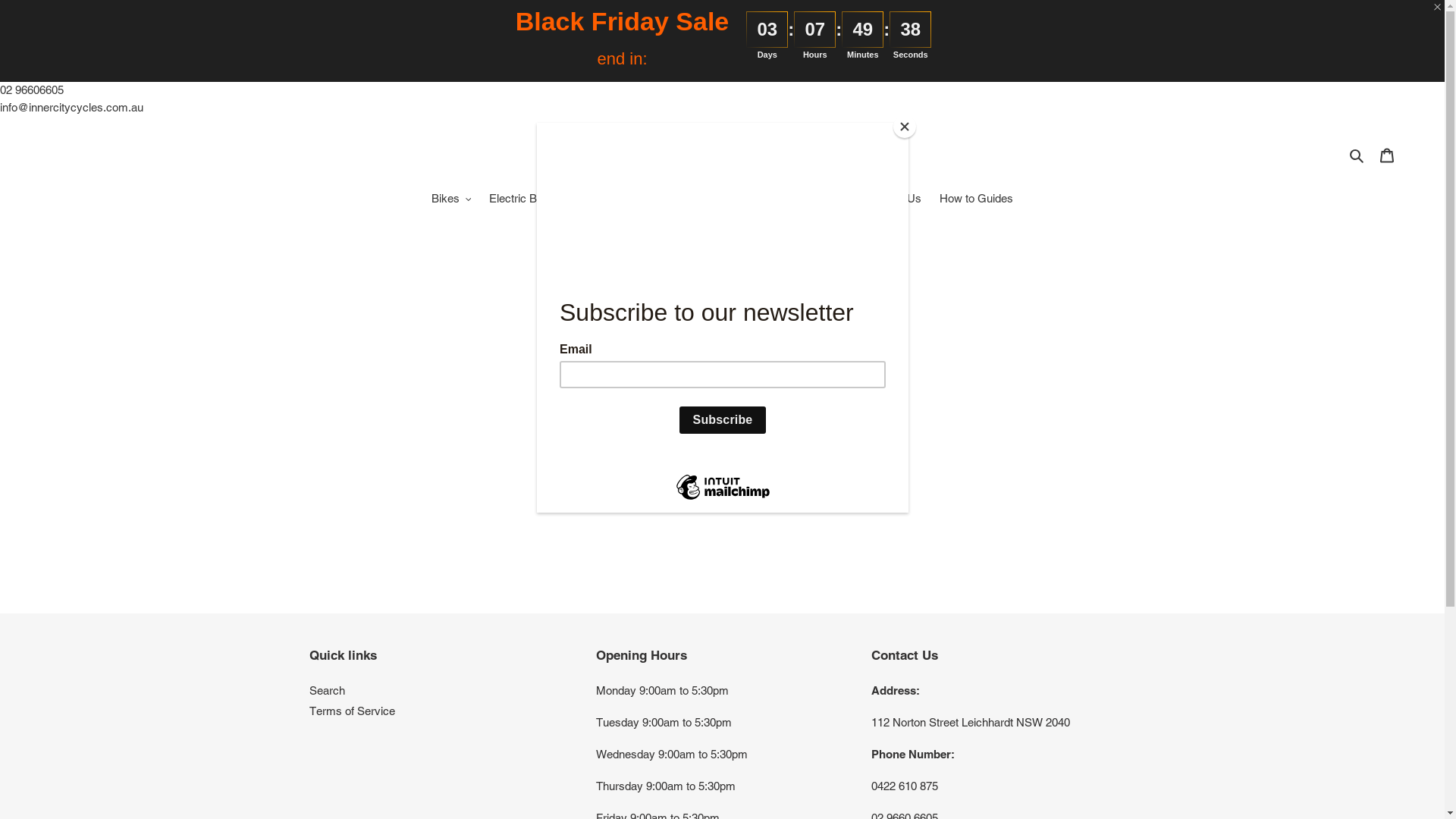 Image resolution: width=1456 pixels, height=819 pixels. I want to click on 'How to Guides', so click(976, 198).